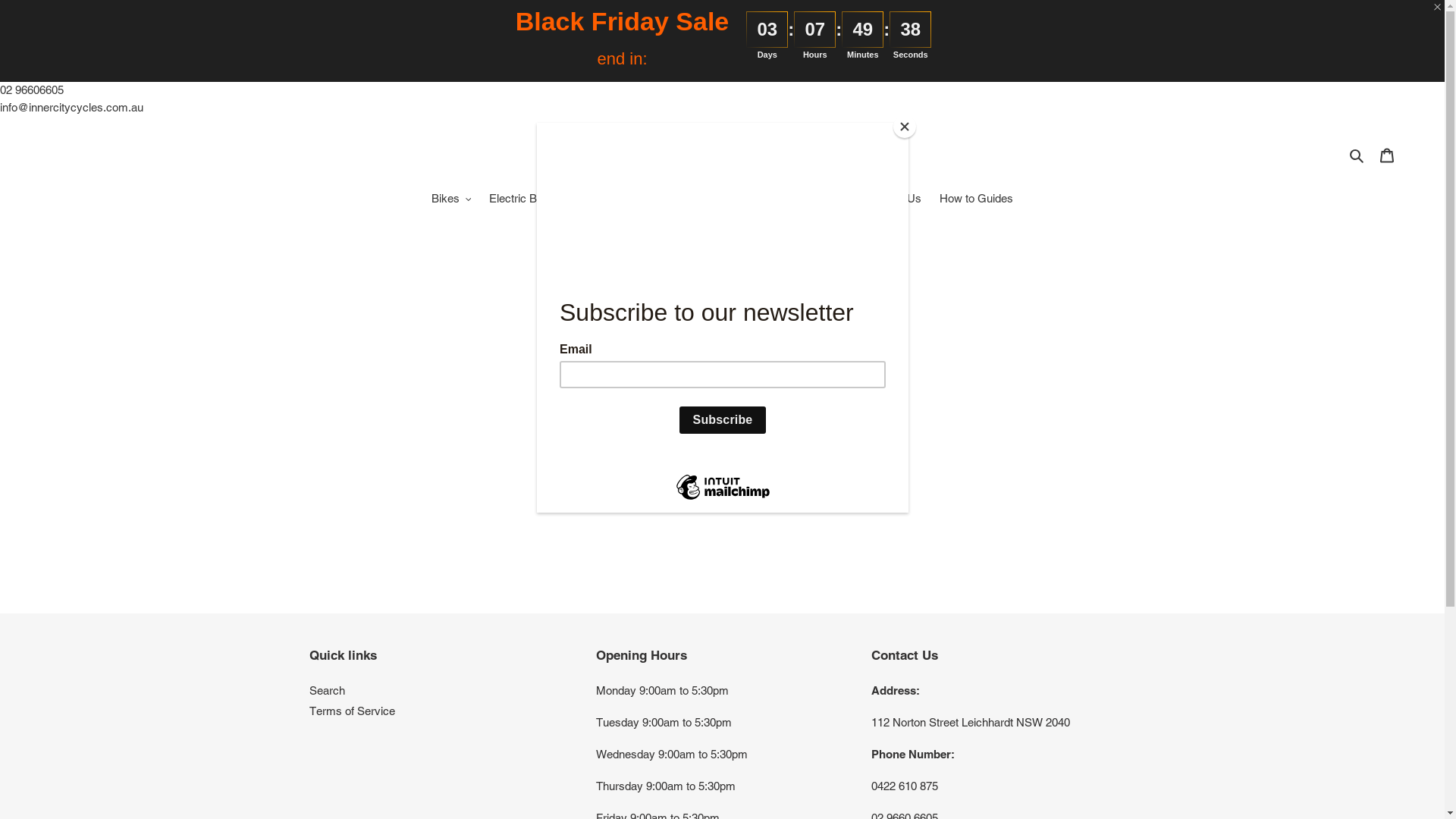 Image resolution: width=1456 pixels, height=819 pixels. I want to click on 'How to Guides', so click(976, 198).